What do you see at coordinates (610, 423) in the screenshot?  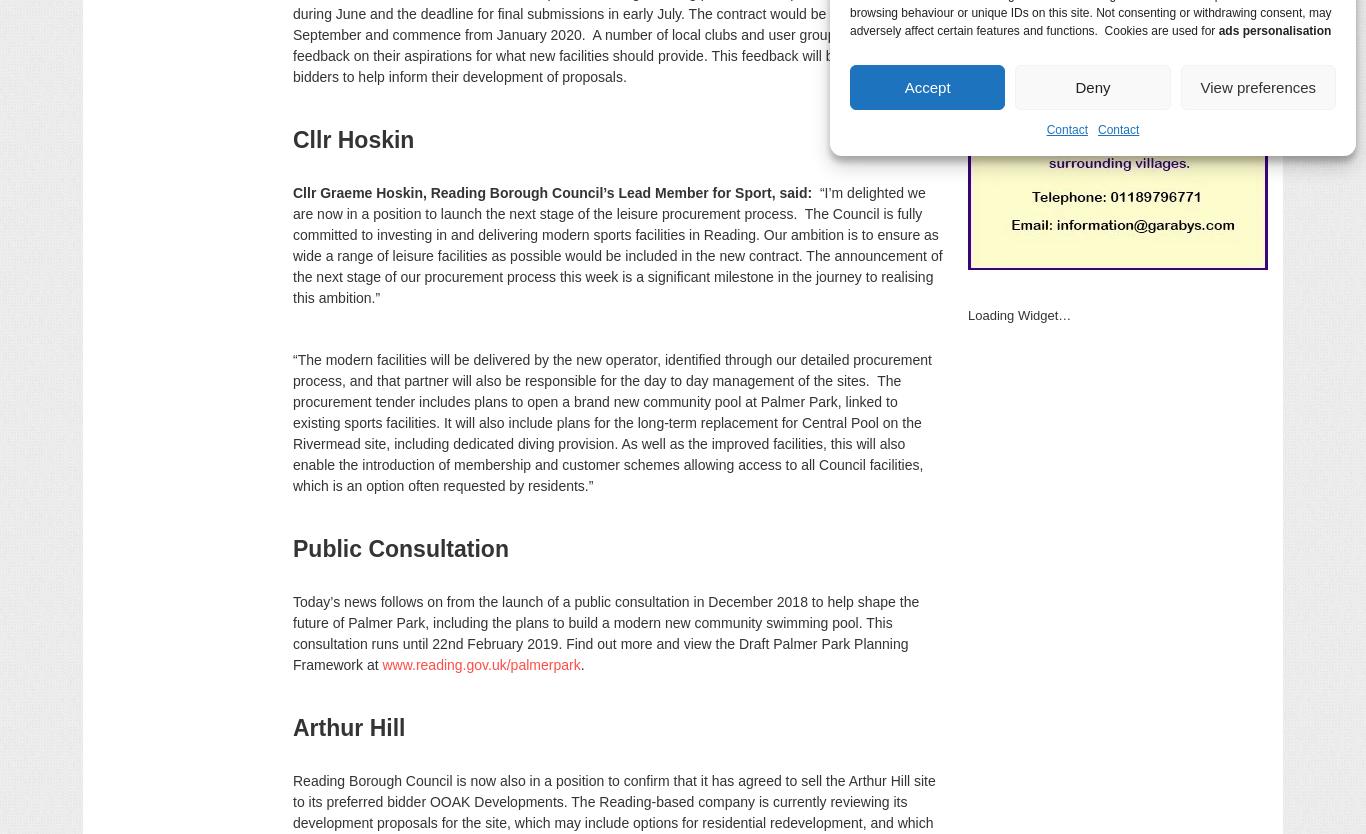 I see `'“The modern facilities will be delivered by the new operator, identified through our detailed procurement process, and that partner will also be responsible for the day to day management of the sites.  The procurement tender includes plans to open a brand new community pool at Palmer Park, linked to existing sports facilities. It will also include plans for the long-term replacement for Central Pool on the Rivermead site, including dedicated diving provision. As well as the improved facilities, this will also enable the introduction of membership and customer schemes allowing access to all Council facilities, which is an option often requested by residents.”'` at bounding box center [610, 423].